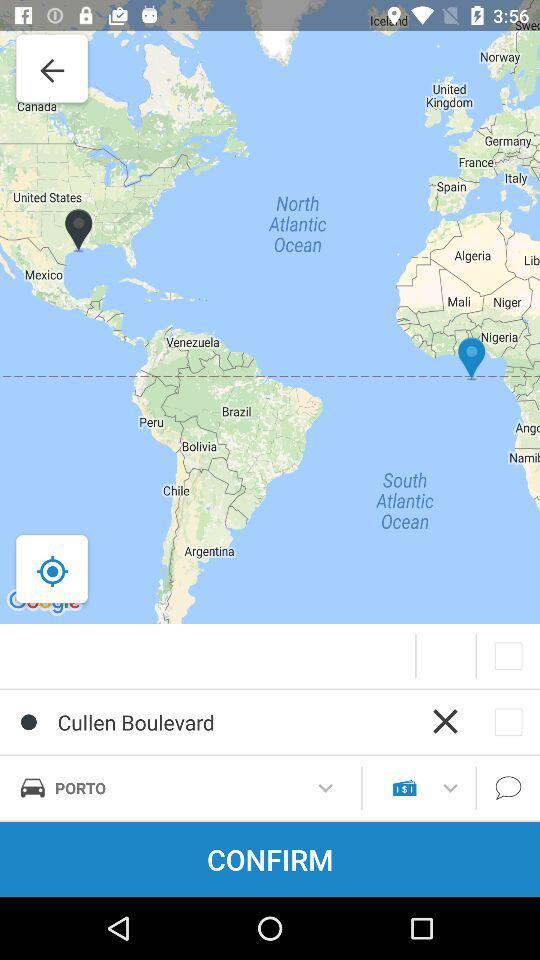  I want to click on the icon beside porto above confirm, so click(404, 787).